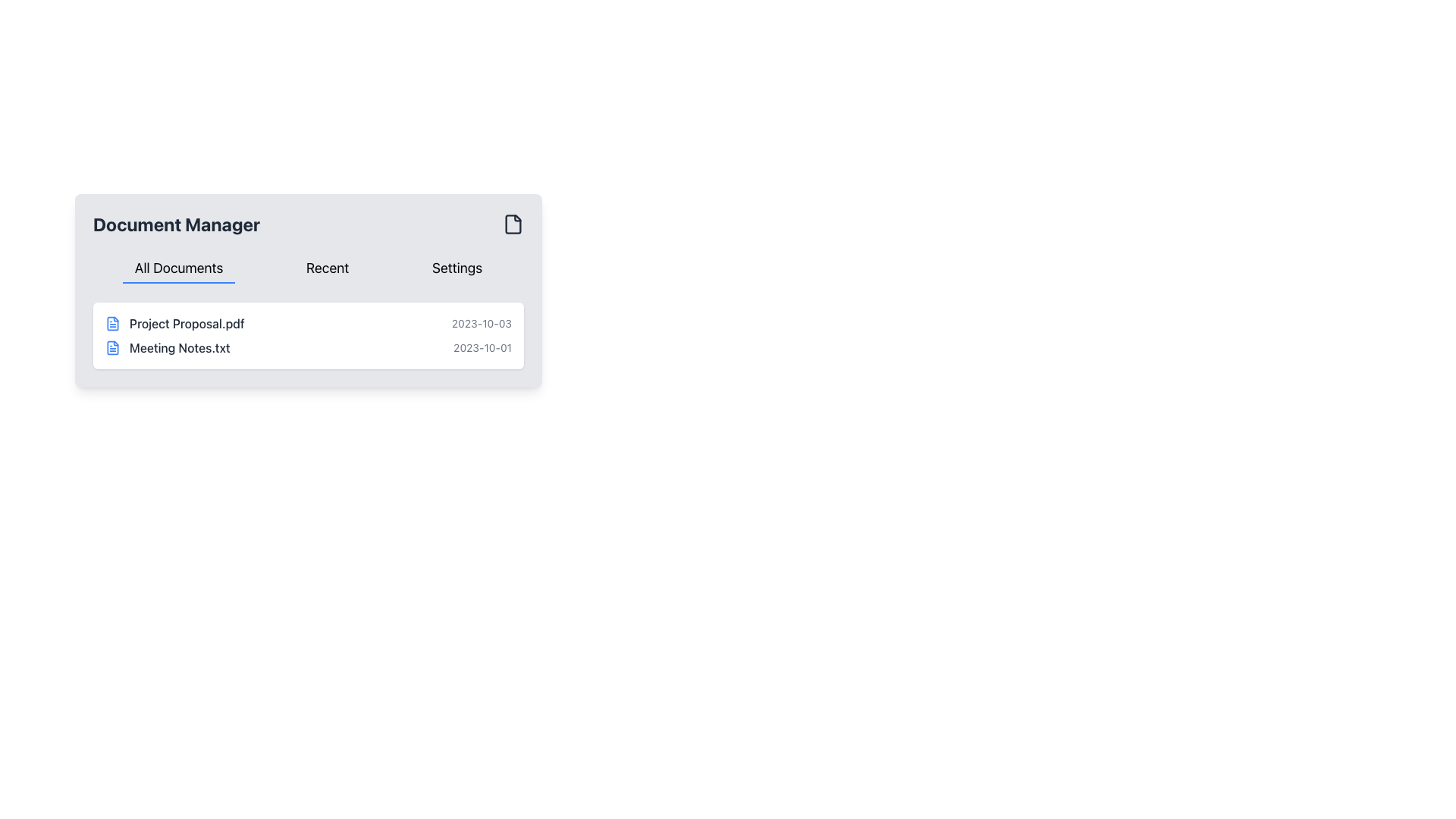 This screenshot has width=1456, height=819. Describe the element at coordinates (186, 323) in the screenshot. I see `the text label displaying 'Project Proposal.pdf' in dark gray font within the 'Document Manager' interface` at that location.